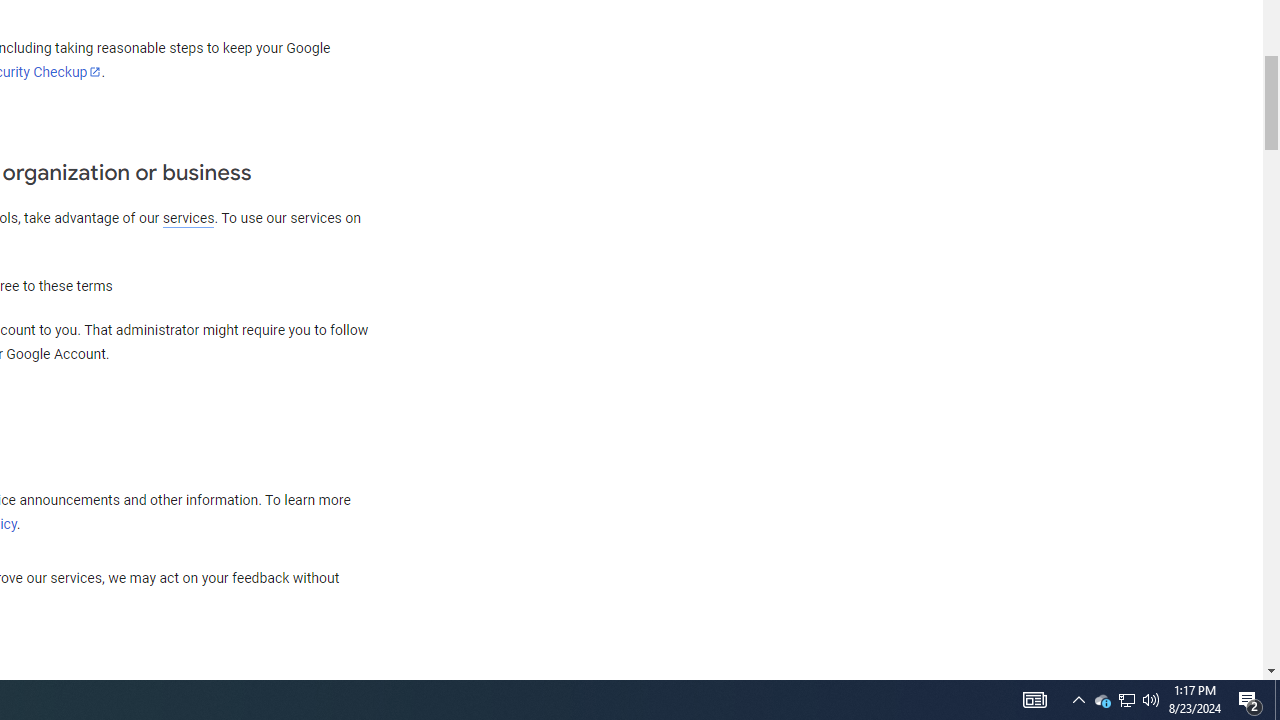  What do you see at coordinates (188, 218) in the screenshot?
I see `'services'` at bounding box center [188, 218].